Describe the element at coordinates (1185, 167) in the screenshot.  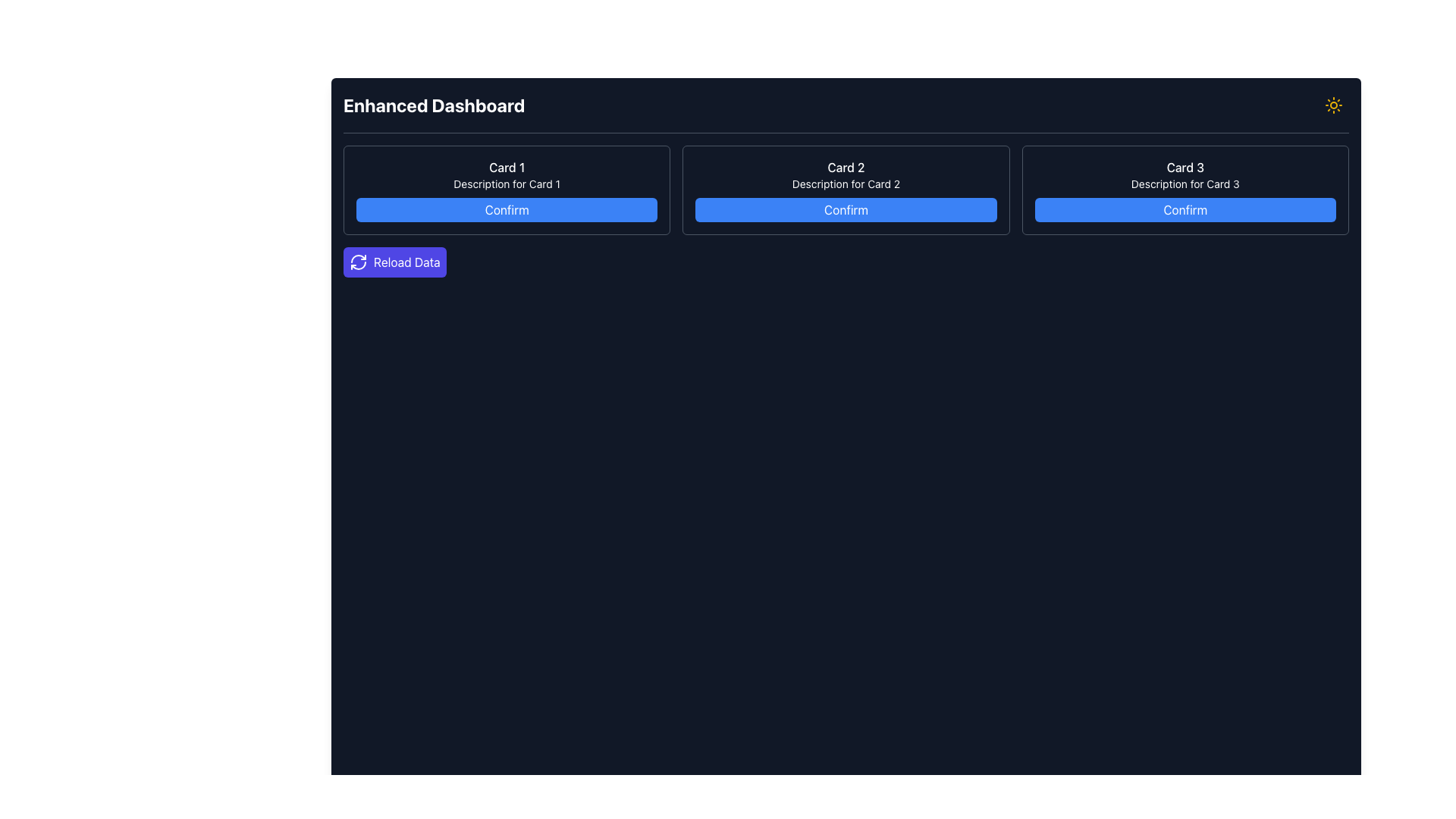
I see `the title text label of 'Card 3', which identifies the card's purpose or contents and is located at the top of the card` at that location.